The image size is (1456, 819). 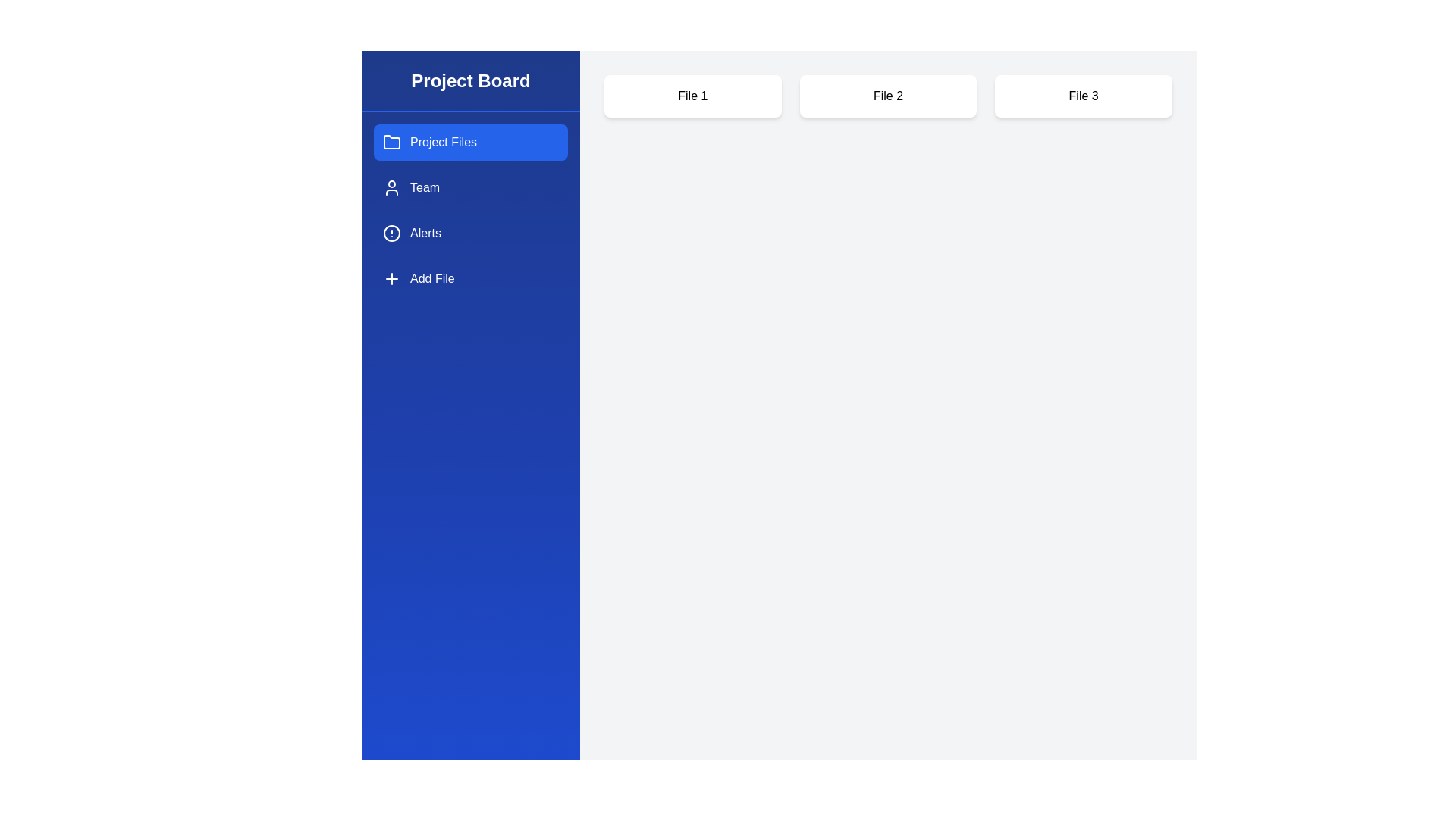 I want to click on the Card with the text 'File 3', which is the third item in a row of three cards arranged horizontally, located to the far right of the row, so click(x=1083, y=96).